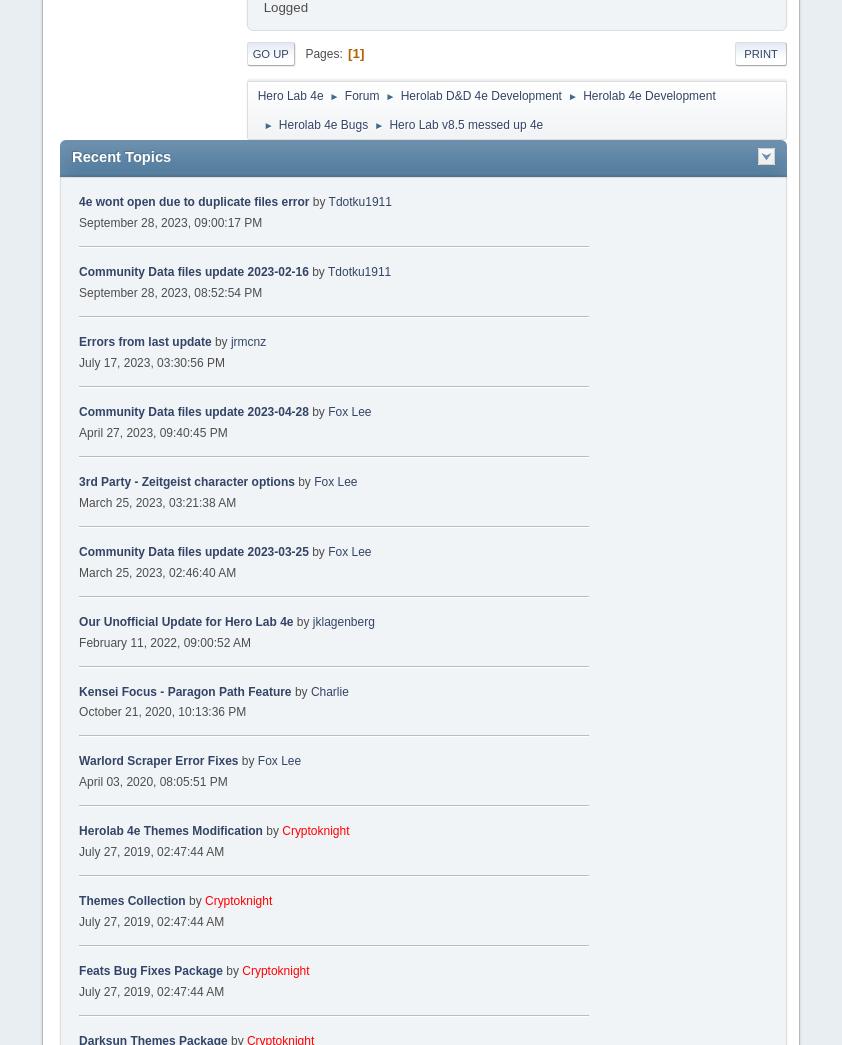 The height and width of the screenshot is (1045, 842). What do you see at coordinates (156, 501) in the screenshot?
I see `'March 25, 2023, 03:21:38 AM'` at bounding box center [156, 501].